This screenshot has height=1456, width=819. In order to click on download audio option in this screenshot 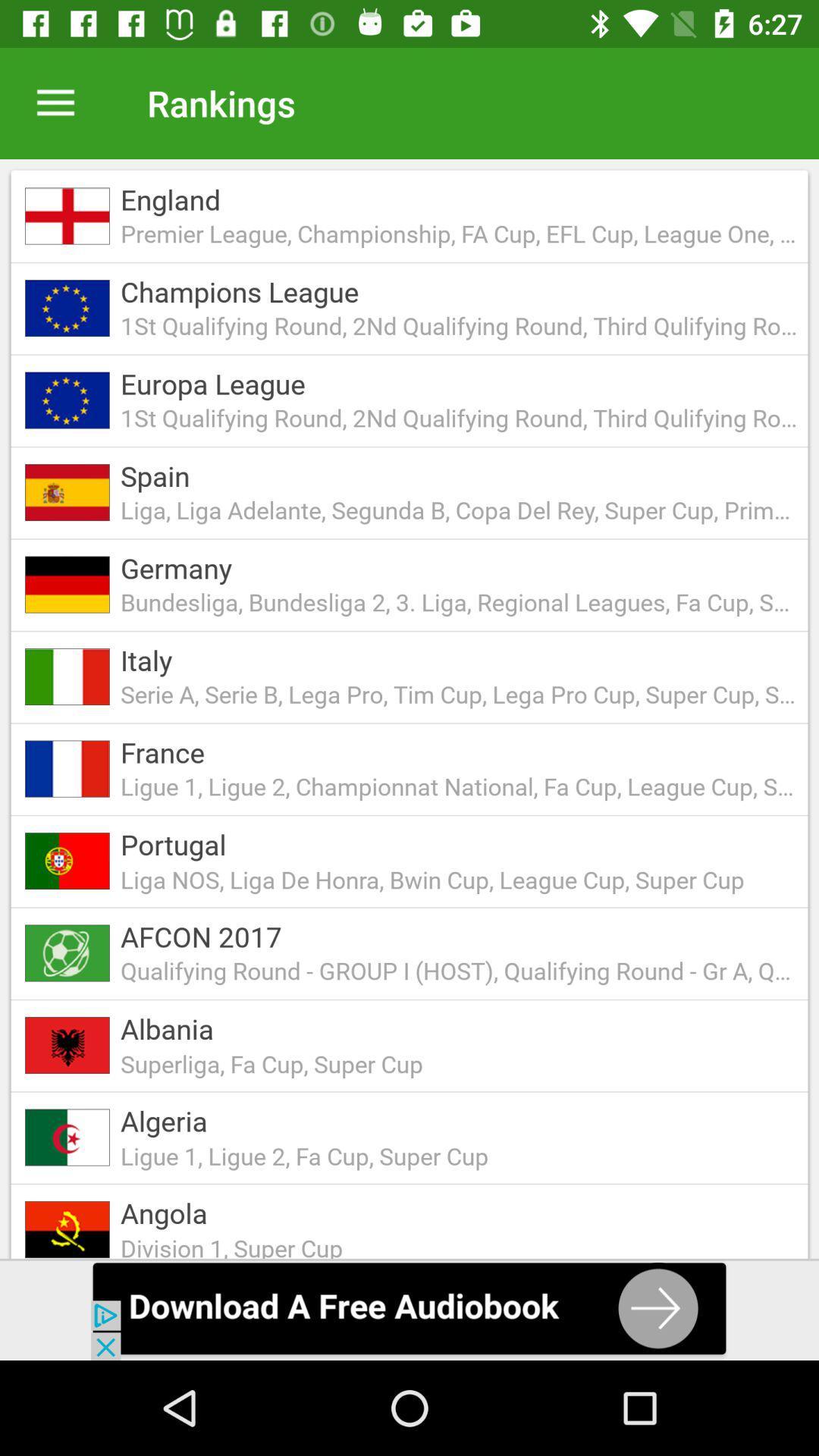, I will do `click(409, 1310)`.